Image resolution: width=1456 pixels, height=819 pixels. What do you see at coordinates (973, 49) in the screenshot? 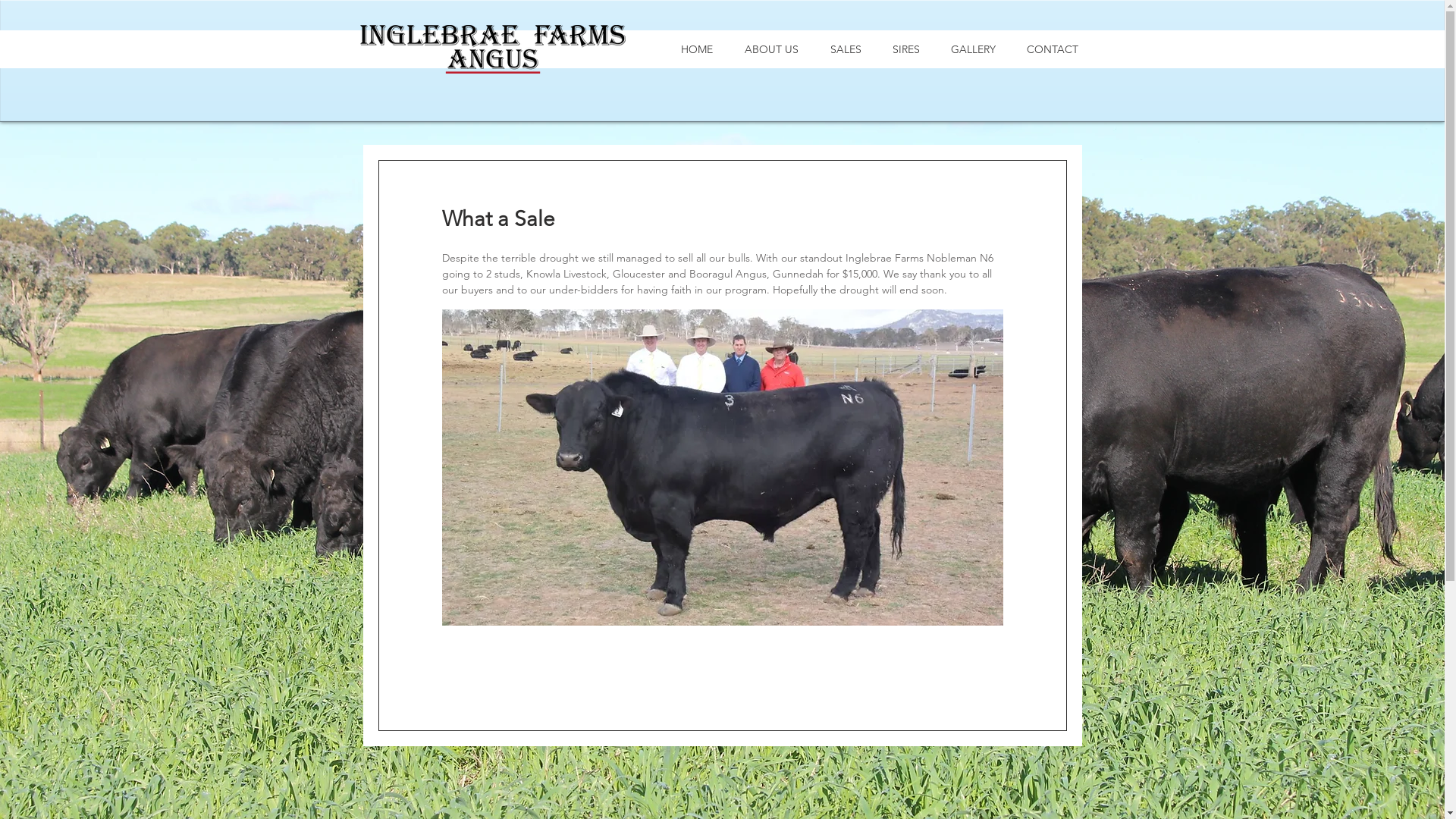
I see `'GALLERY'` at bounding box center [973, 49].